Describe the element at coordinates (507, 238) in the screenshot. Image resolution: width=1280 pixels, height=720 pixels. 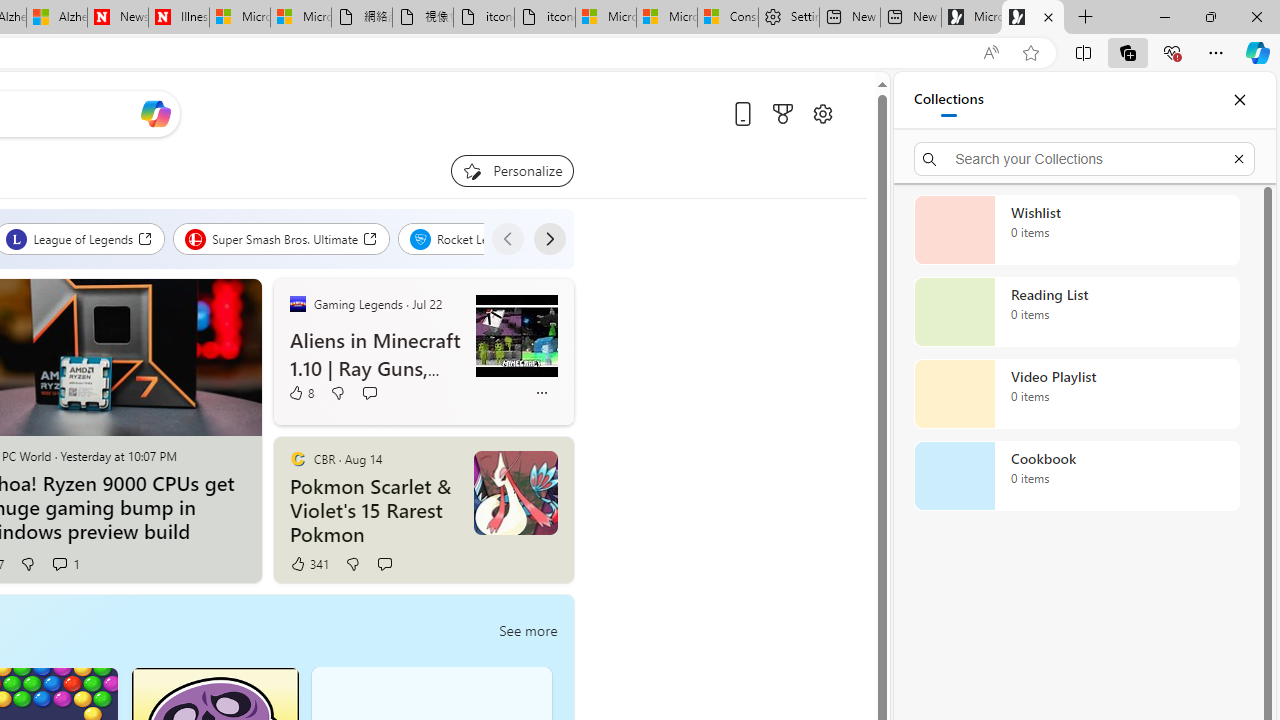
I see `'Previous'` at that location.